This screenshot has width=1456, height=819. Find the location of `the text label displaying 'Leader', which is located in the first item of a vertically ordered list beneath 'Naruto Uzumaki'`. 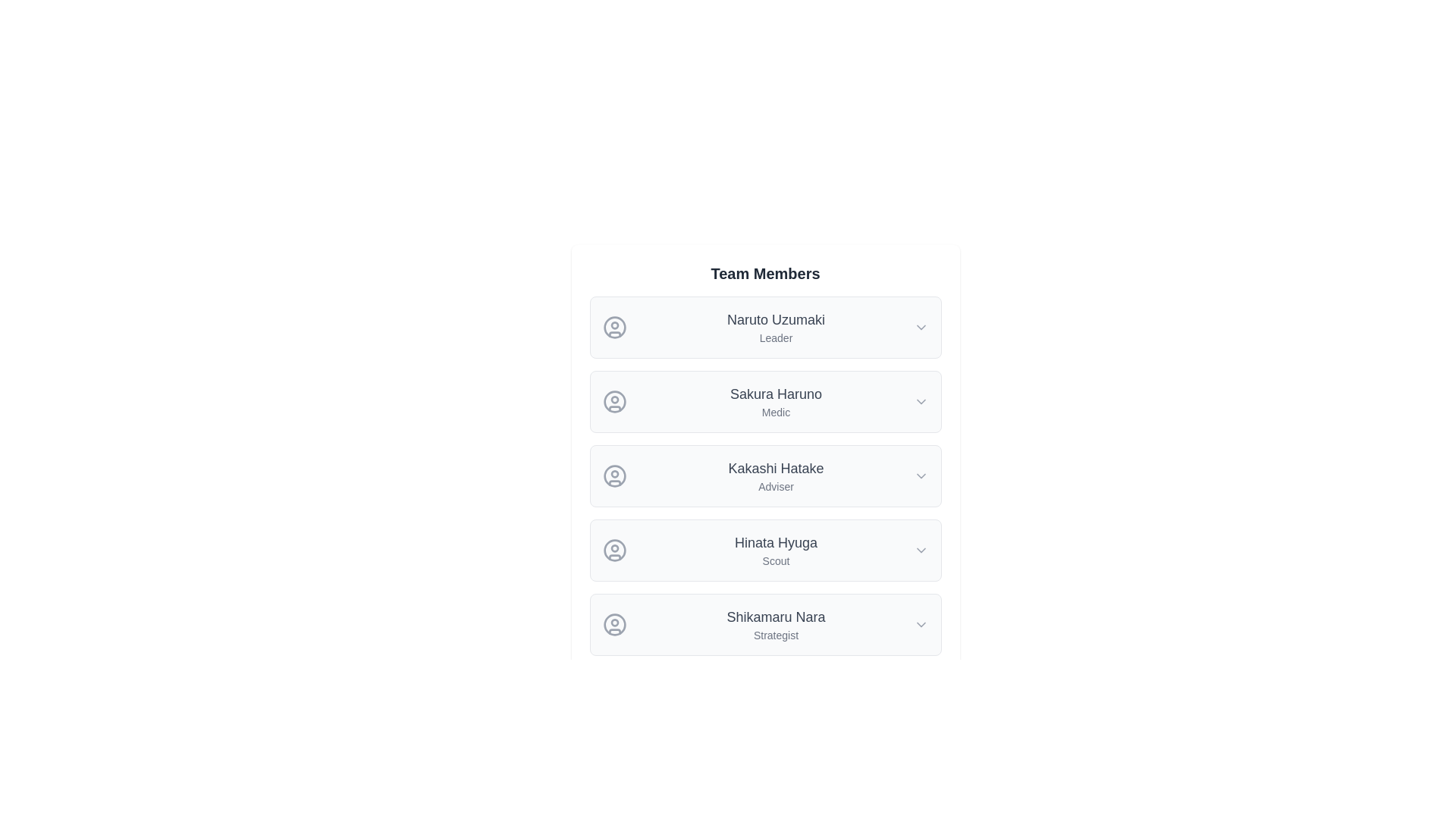

the text label displaying 'Leader', which is located in the first item of a vertically ordered list beneath 'Naruto Uzumaki' is located at coordinates (776, 337).